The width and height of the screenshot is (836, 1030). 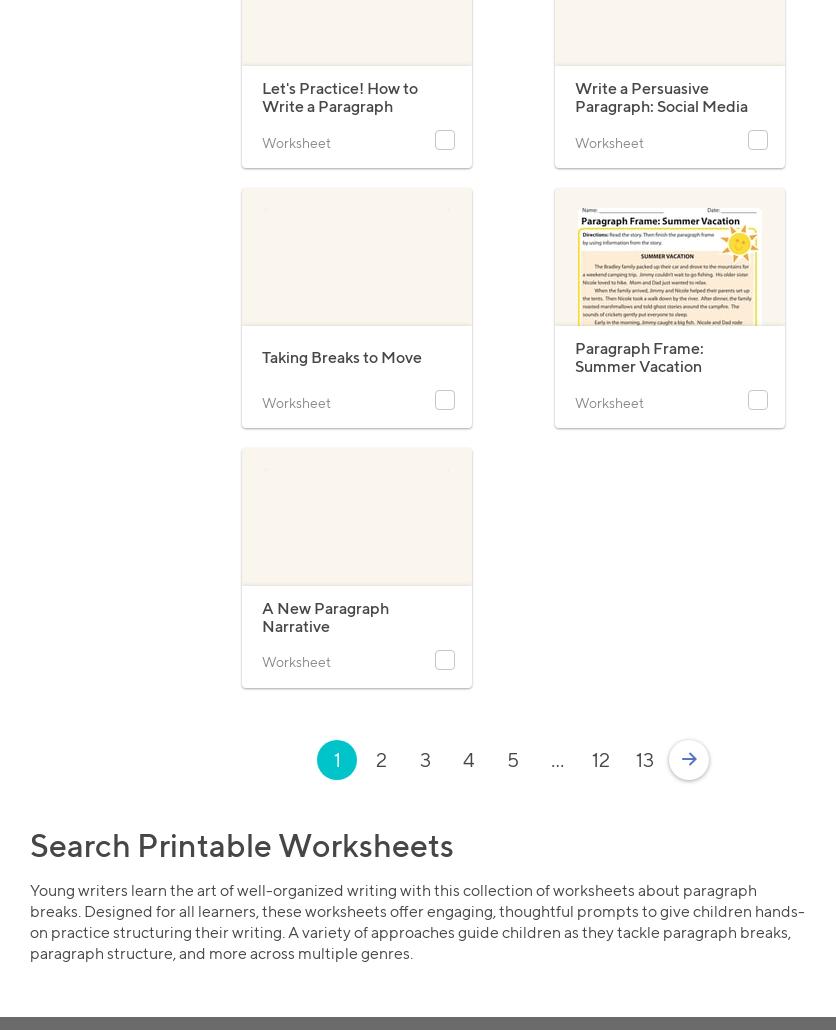 I want to click on '4', so click(x=468, y=759).